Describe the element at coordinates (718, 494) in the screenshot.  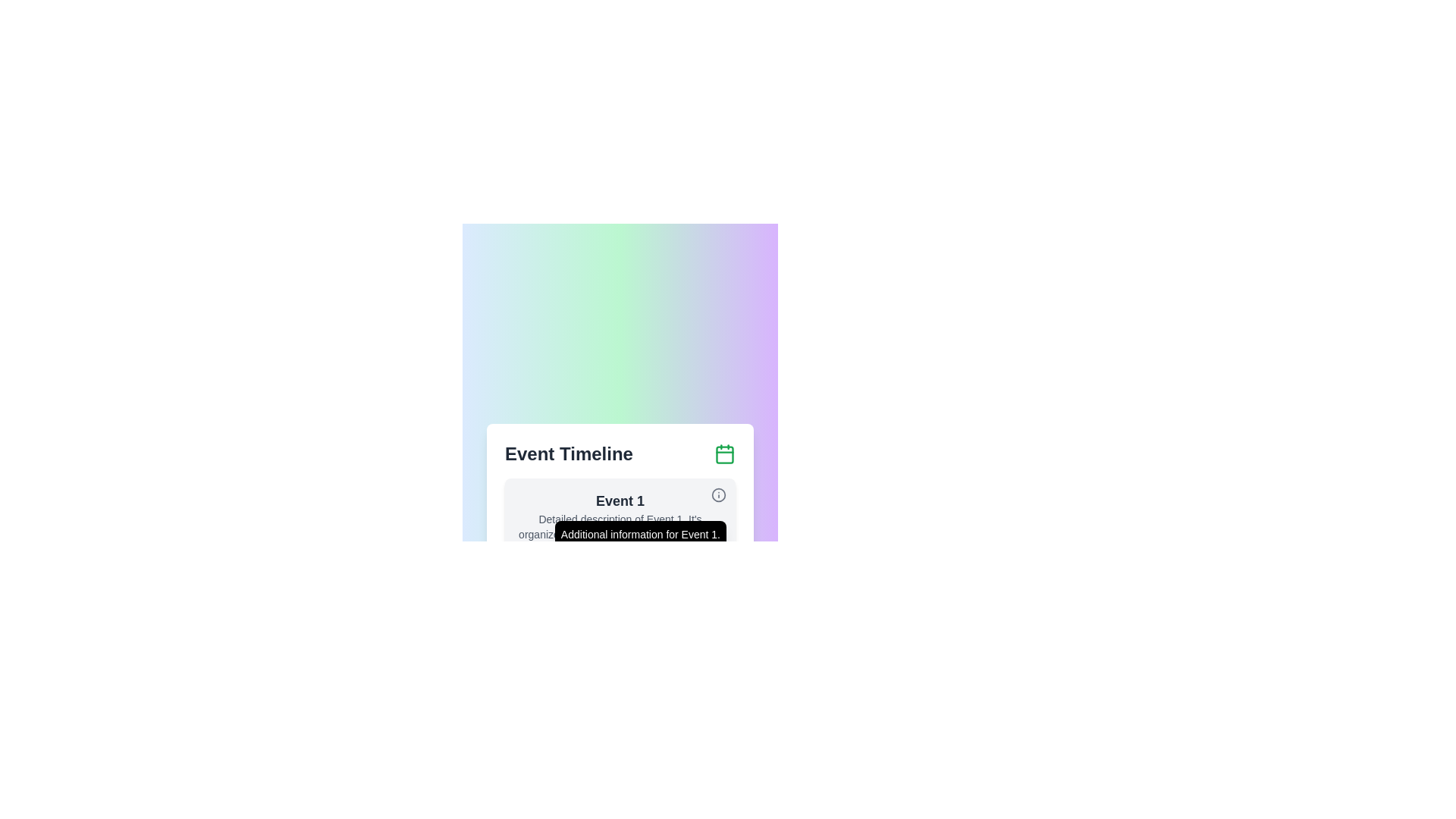
I see `the SVG circle element that forms the outer boundary of the 'info' icon located at the top-right corner of the 'Event 1' card in the 'Event Timeline' pane` at that location.